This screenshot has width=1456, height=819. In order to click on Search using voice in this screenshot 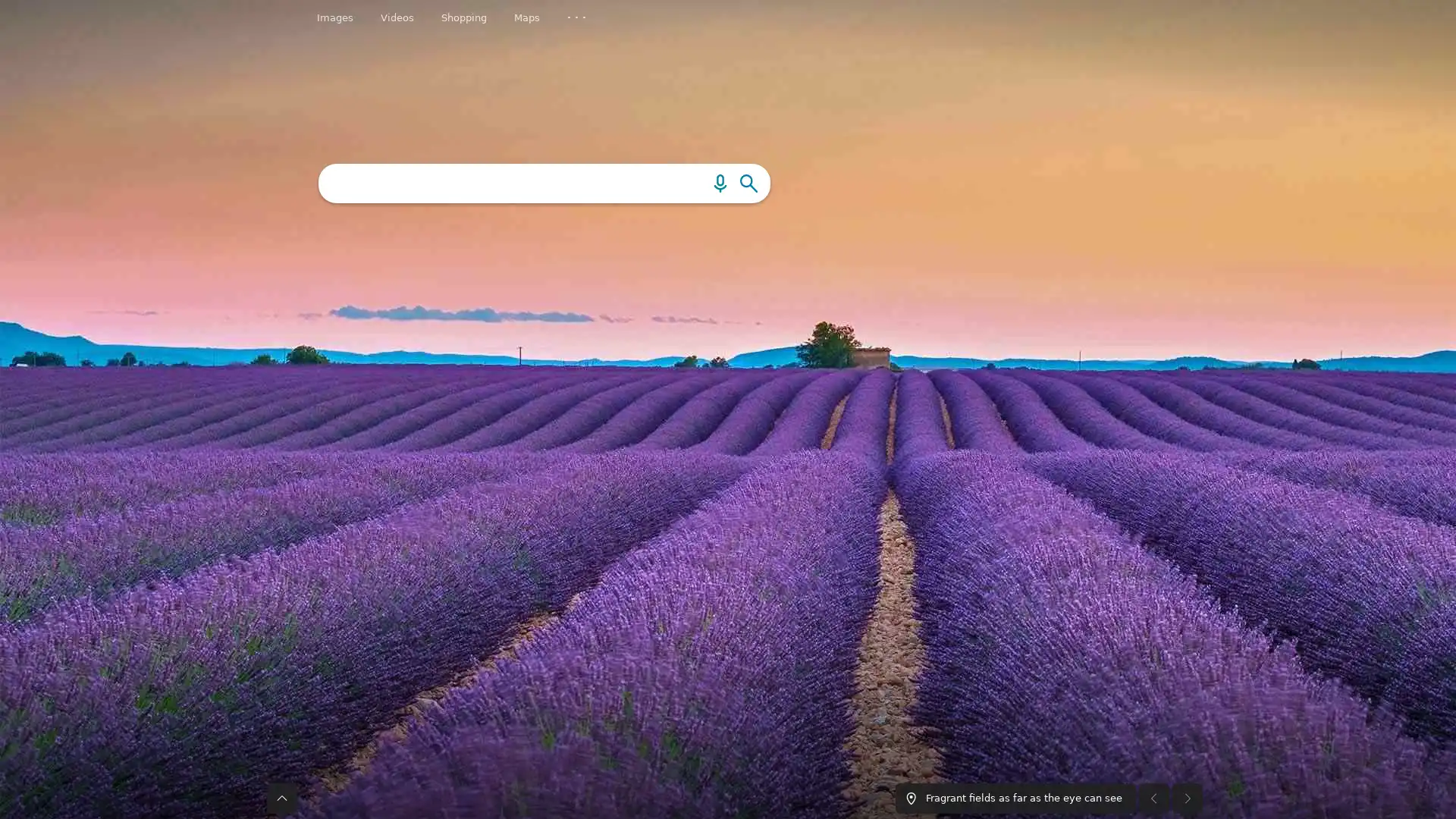, I will do `click(691, 182)`.